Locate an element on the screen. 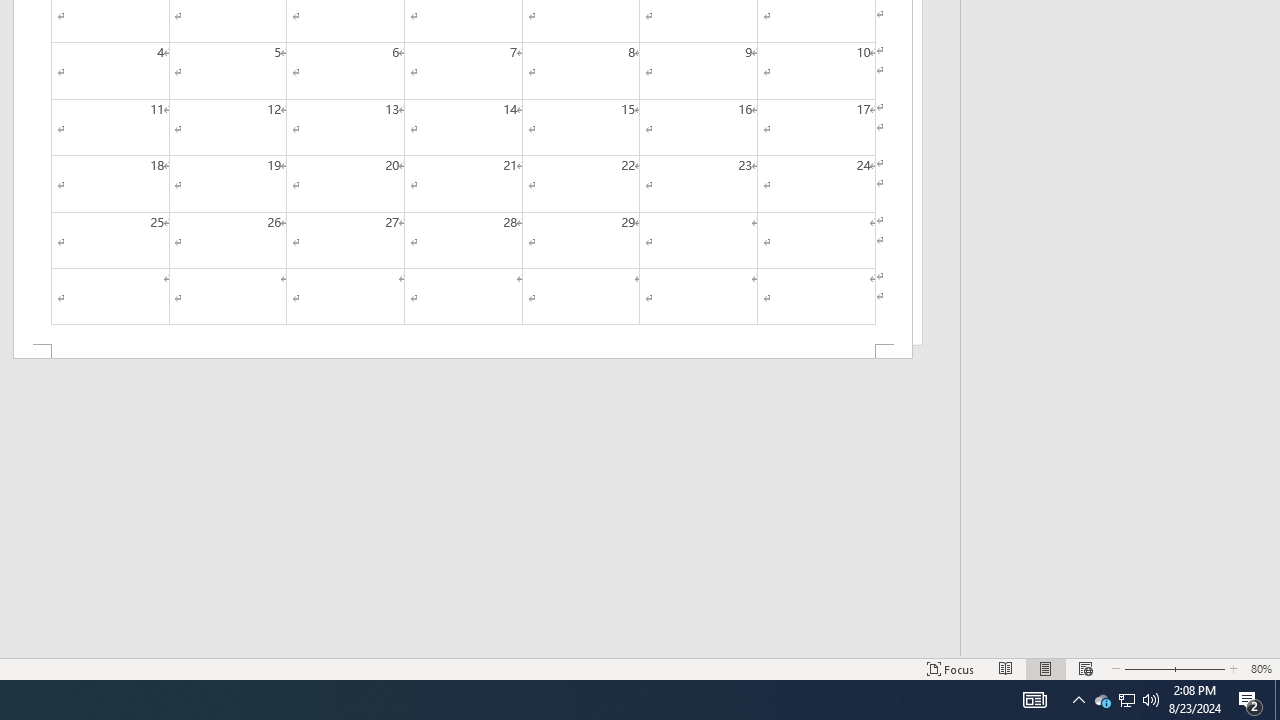 The width and height of the screenshot is (1280, 720). 'Focus ' is located at coordinates (950, 669).